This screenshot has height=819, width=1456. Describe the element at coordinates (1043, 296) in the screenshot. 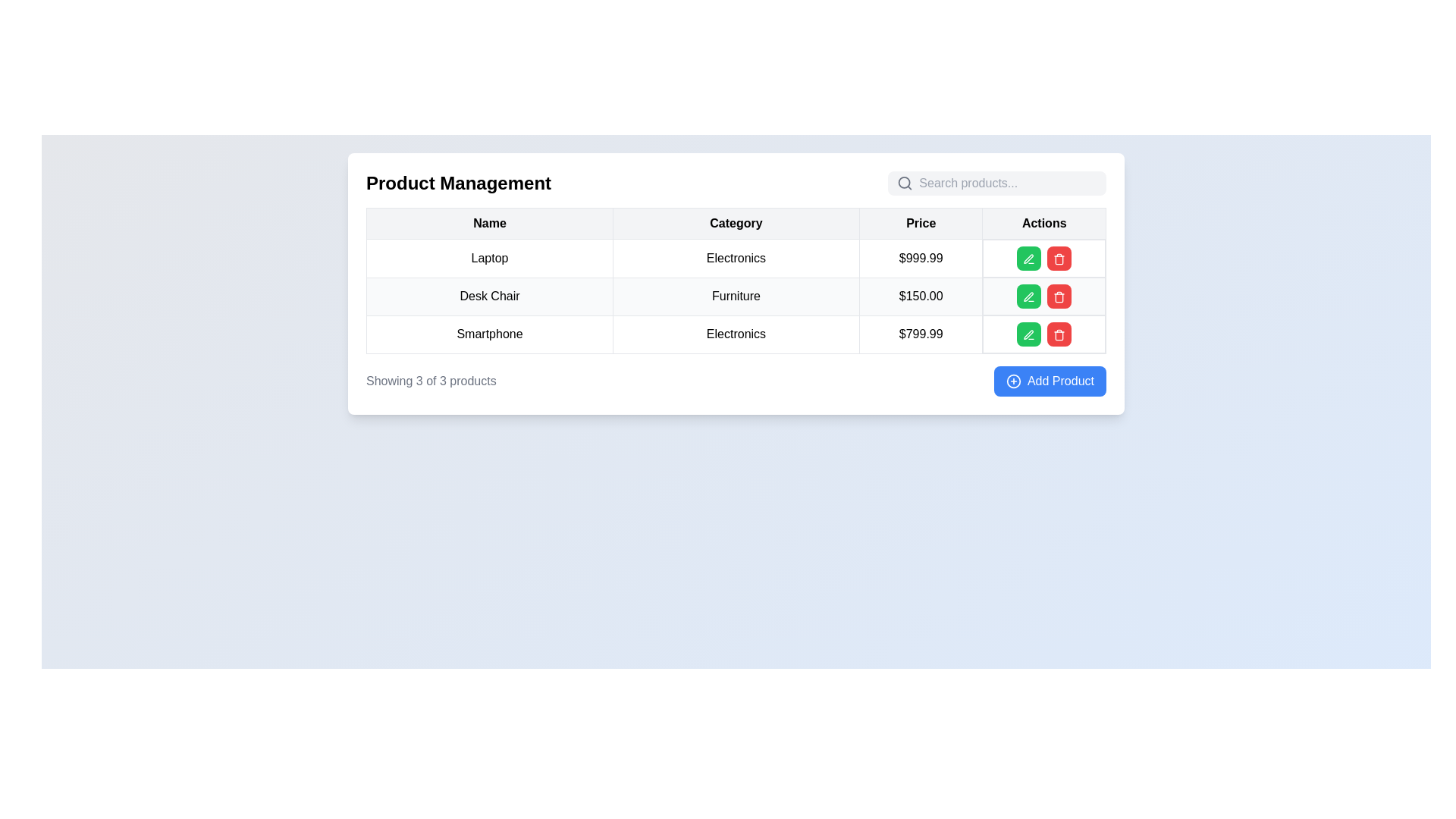

I see `the green button` at that location.